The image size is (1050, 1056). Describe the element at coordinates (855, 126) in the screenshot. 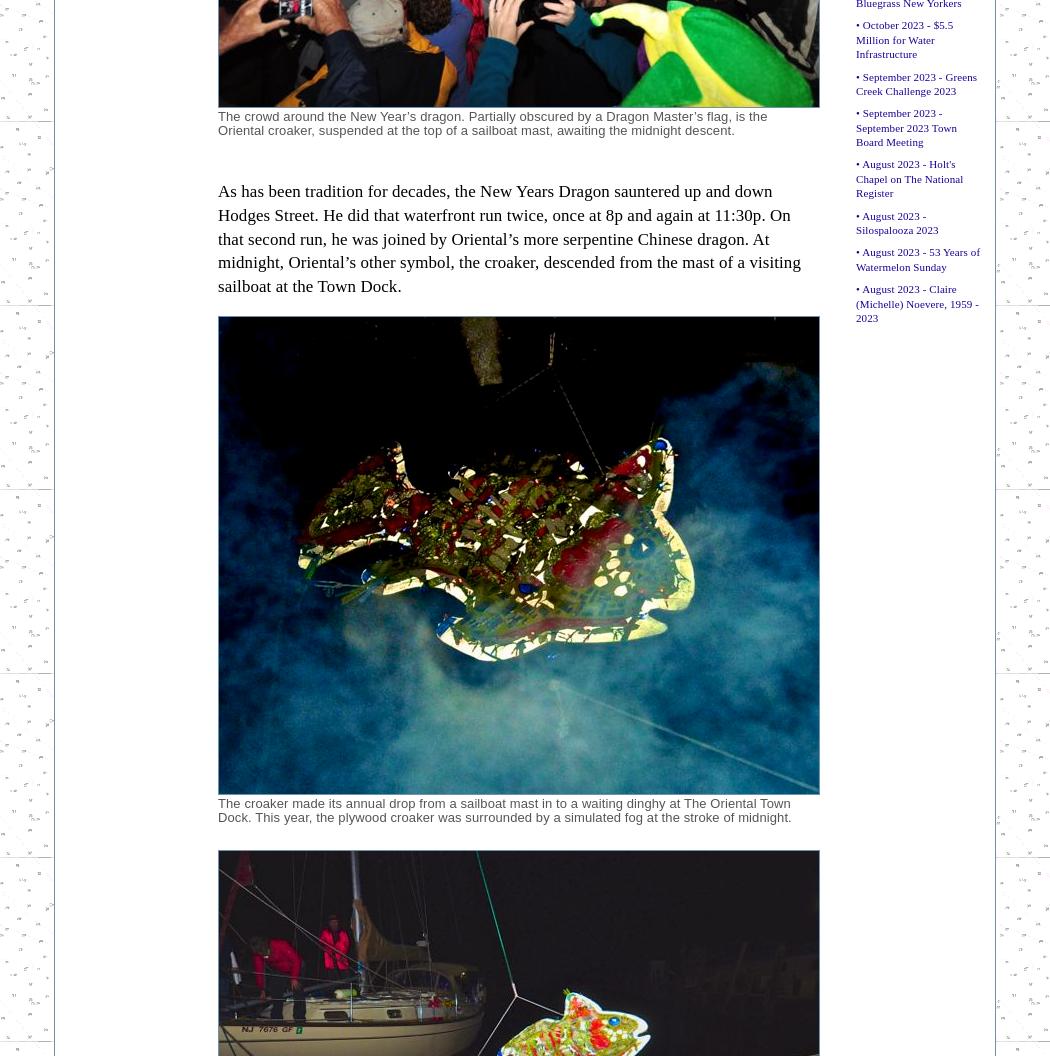

I see `'•  September 2023 - September 2023 Town Board Meeting'` at that location.